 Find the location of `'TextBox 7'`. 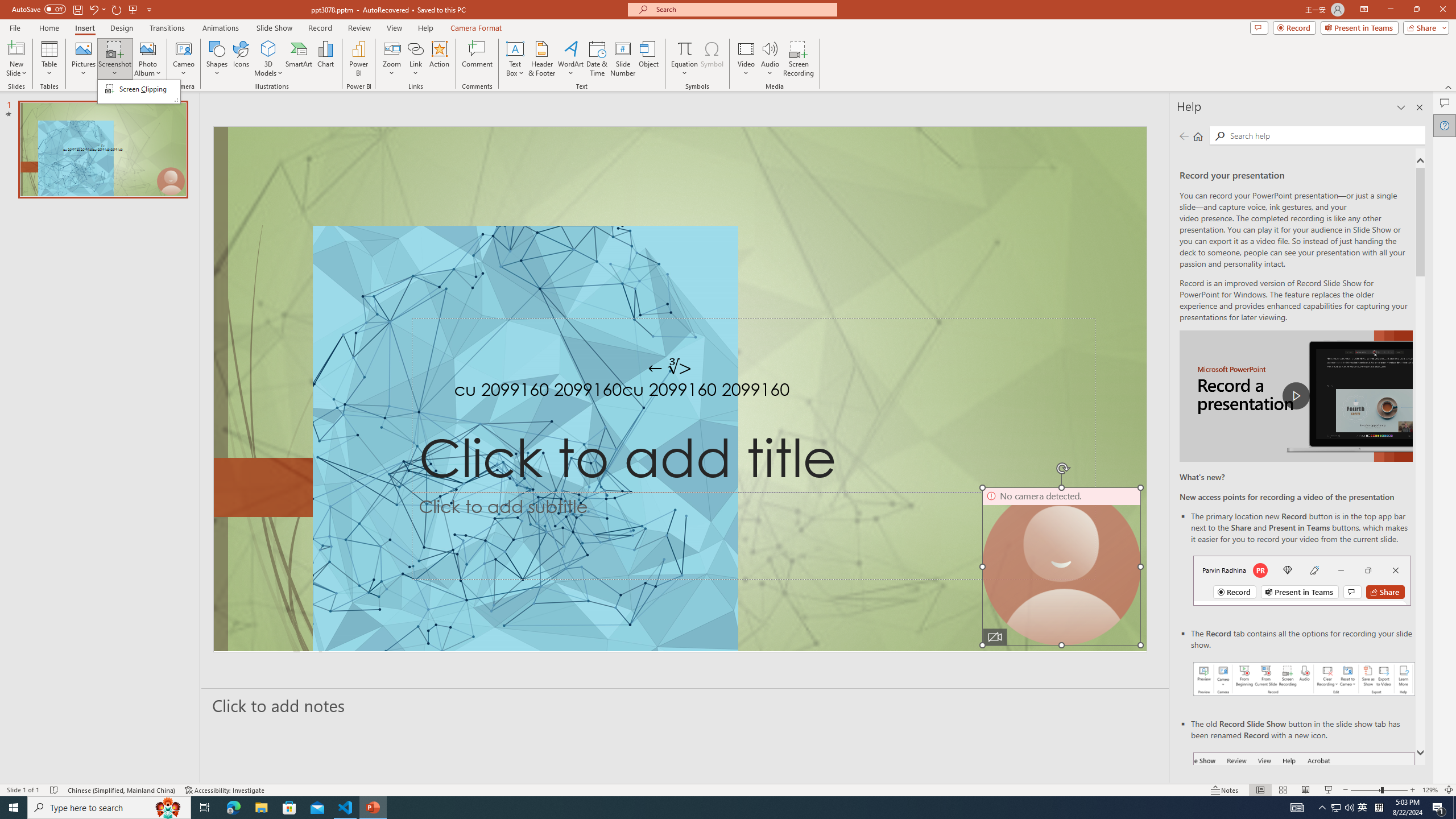

'TextBox 7' is located at coordinates (670, 367).